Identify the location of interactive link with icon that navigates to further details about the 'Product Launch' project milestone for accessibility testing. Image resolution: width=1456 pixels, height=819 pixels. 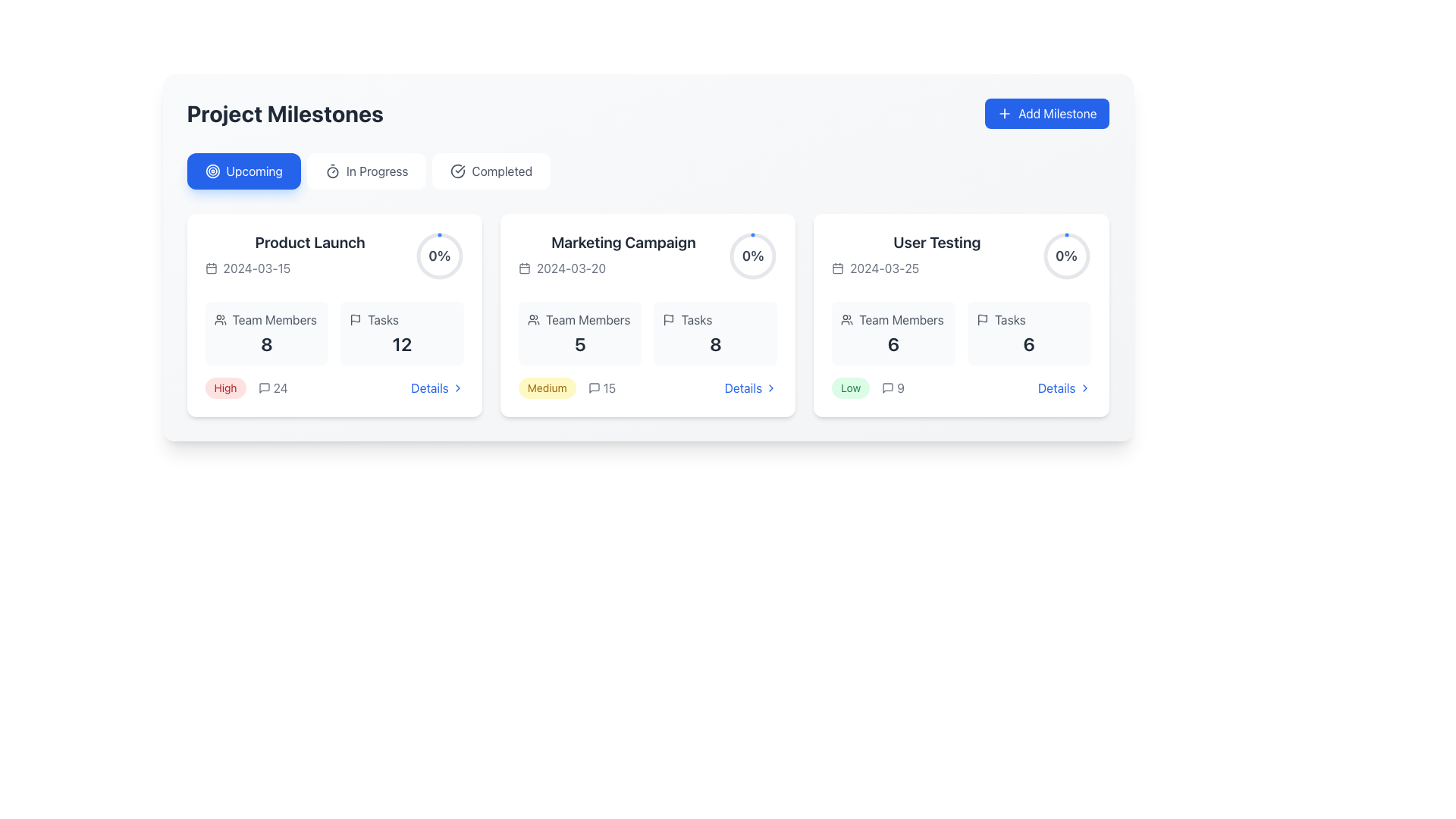
(436, 388).